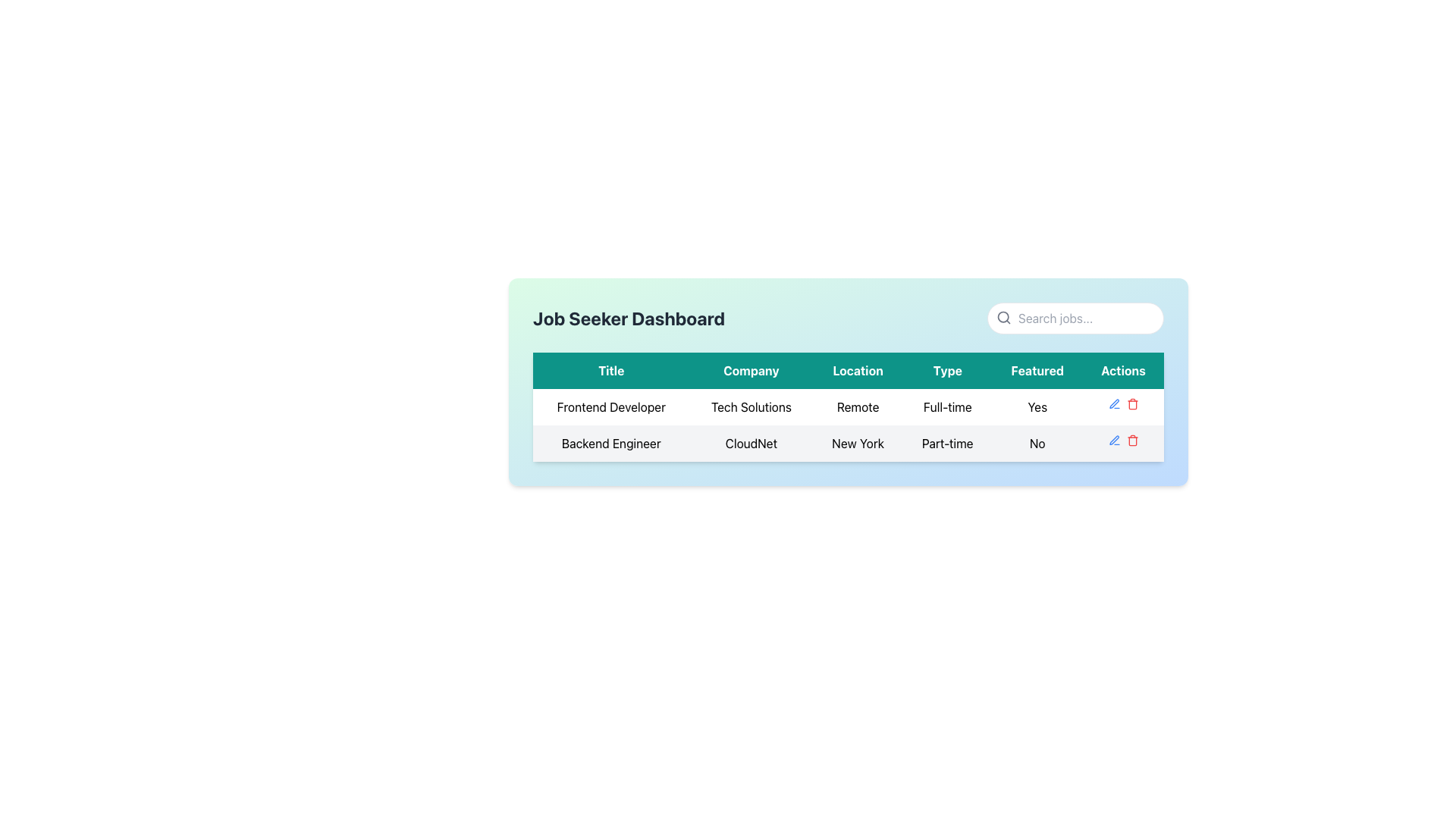 Image resolution: width=1456 pixels, height=819 pixels. Describe the element at coordinates (751, 406) in the screenshot. I see `text content of the Table Cell displaying the company name in the job listing, located in the second column of the first row under the 'Company' header` at that location.